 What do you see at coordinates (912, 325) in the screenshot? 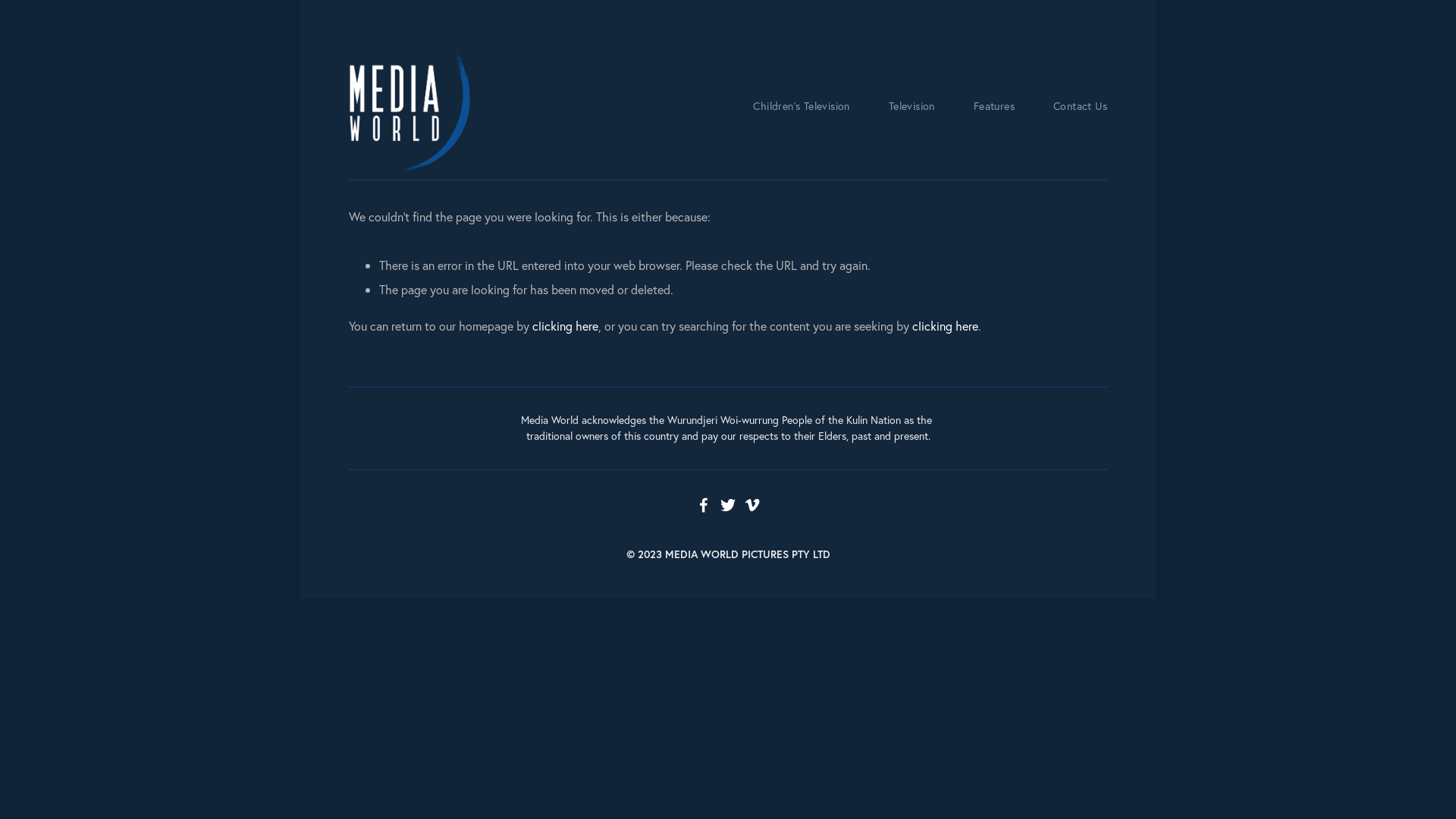
I see `'clicking here'` at bounding box center [912, 325].